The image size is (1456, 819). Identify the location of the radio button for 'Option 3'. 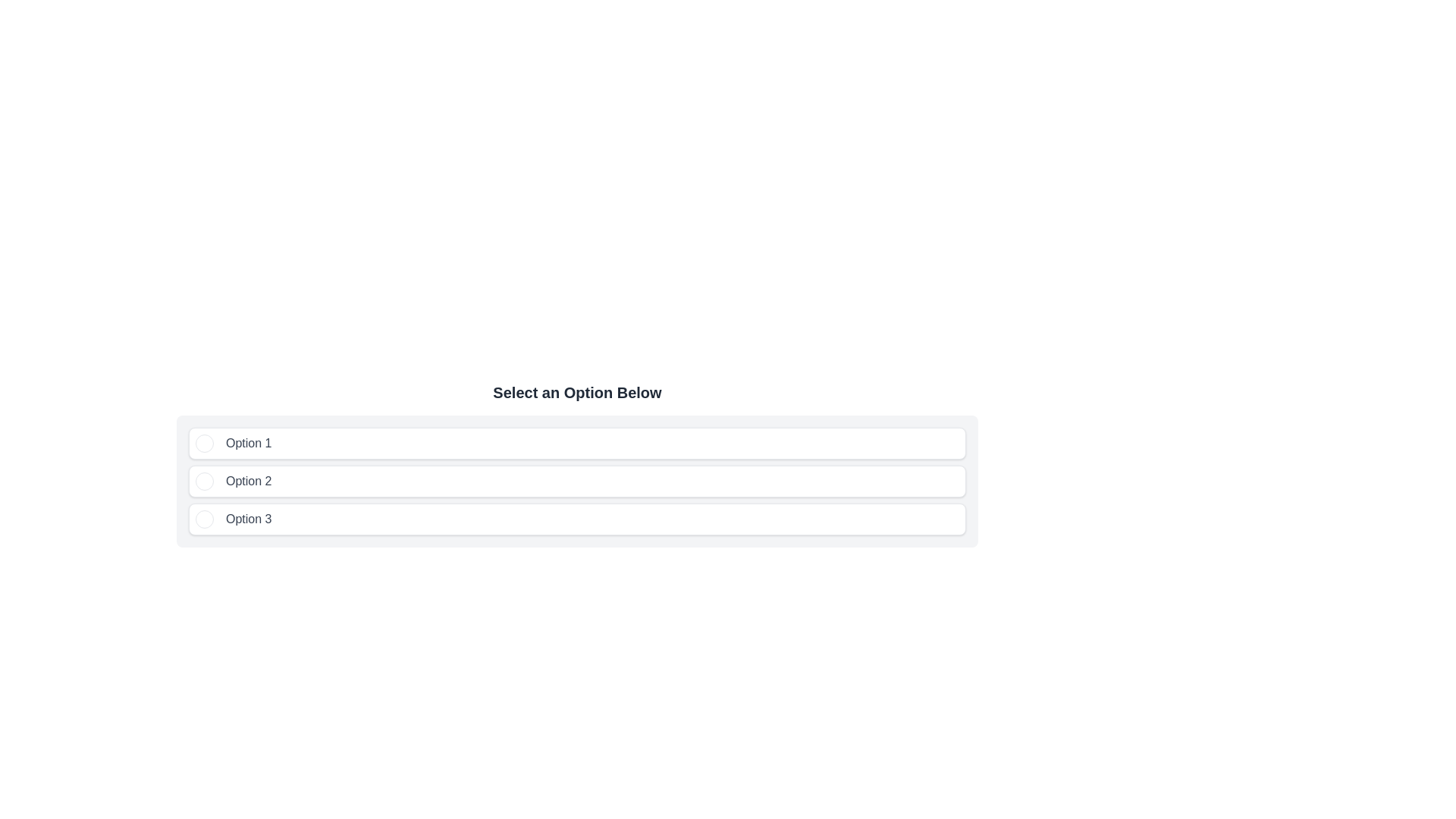
(203, 519).